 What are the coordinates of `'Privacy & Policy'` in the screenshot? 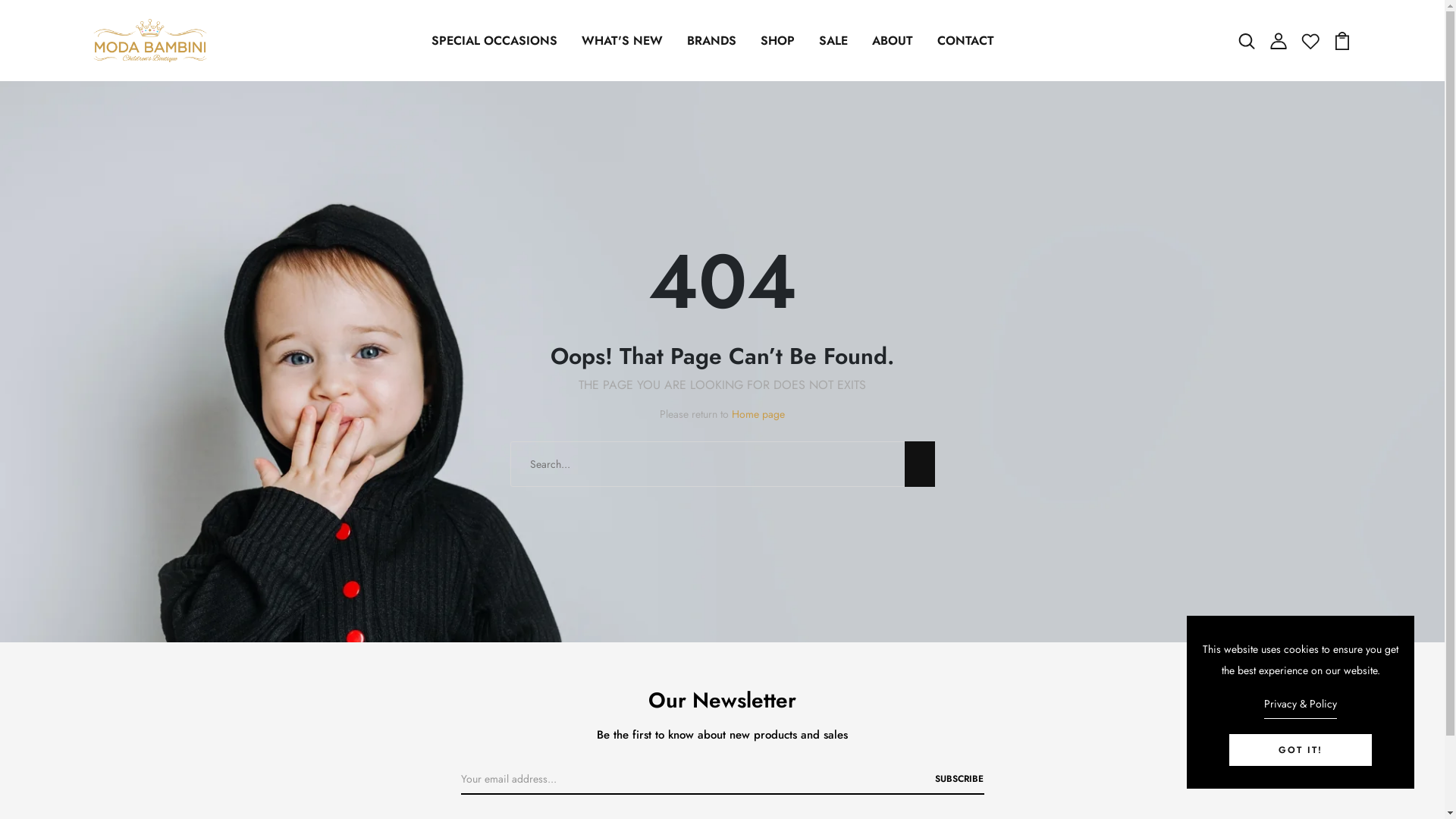 It's located at (1263, 705).